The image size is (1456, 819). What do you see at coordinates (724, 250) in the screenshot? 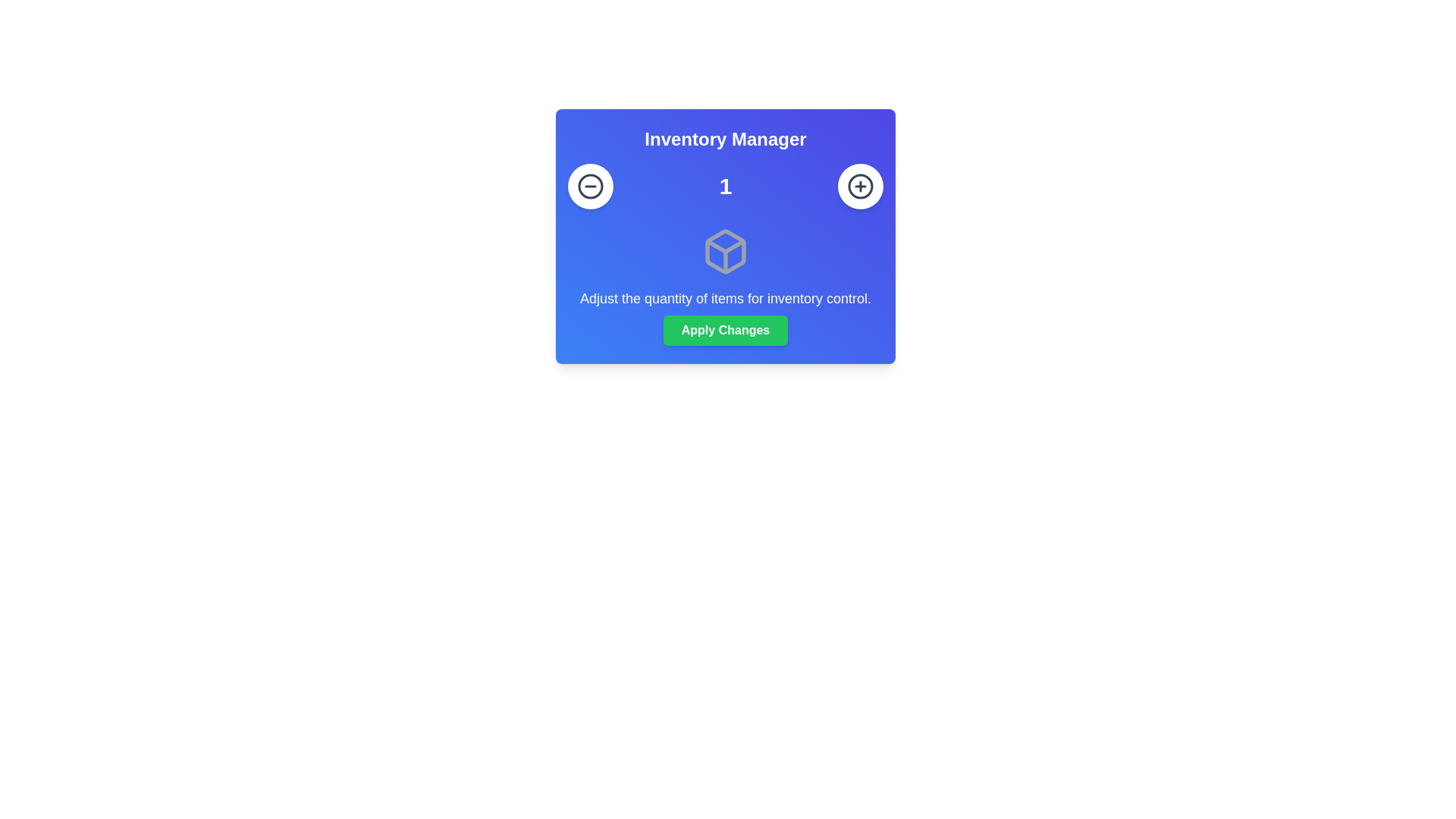
I see `the cube icon, which is styled with gray outlines on a blue background and positioned below the number '1' and above the text 'Adjust the quantity of items for inventory control.'` at bounding box center [724, 250].